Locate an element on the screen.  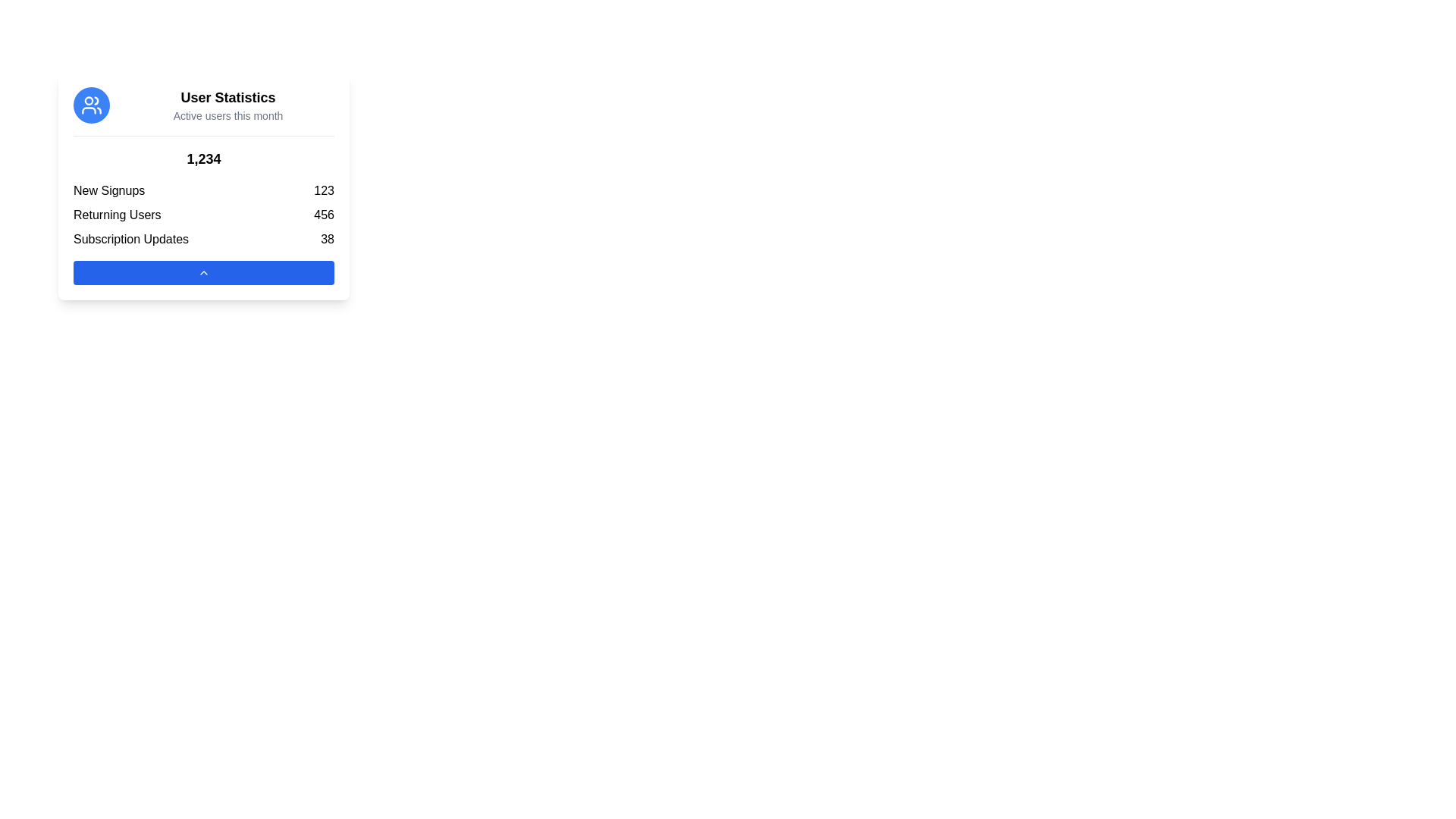
the 'New Signups' labeled data display in the user statistics panel is located at coordinates (202, 190).